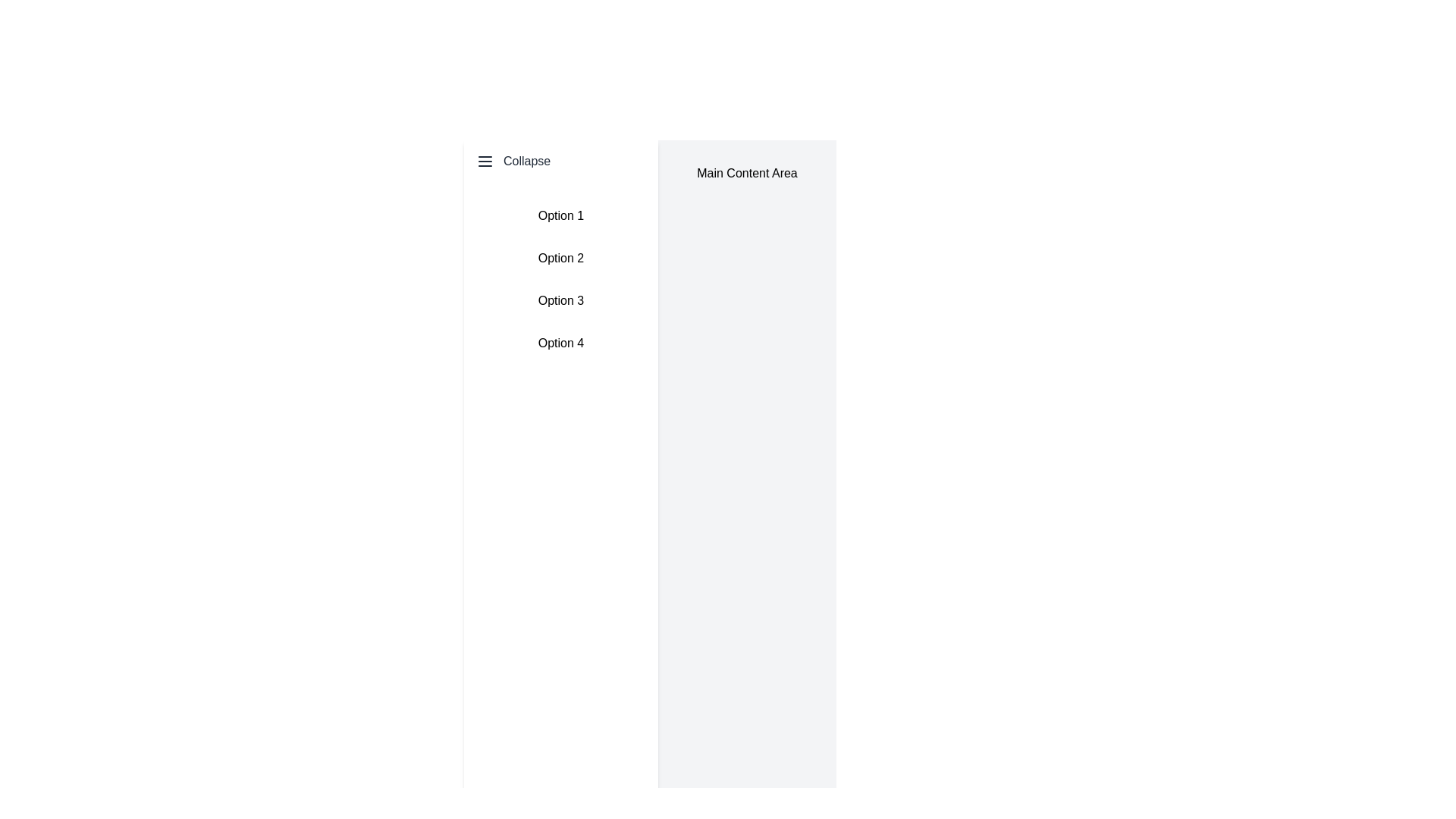 The width and height of the screenshot is (1456, 819). What do you see at coordinates (560, 216) in the screenshot?
I see `the first selectable list item located directly below the 'Collapse' menu` at bounding box center [560, 216].